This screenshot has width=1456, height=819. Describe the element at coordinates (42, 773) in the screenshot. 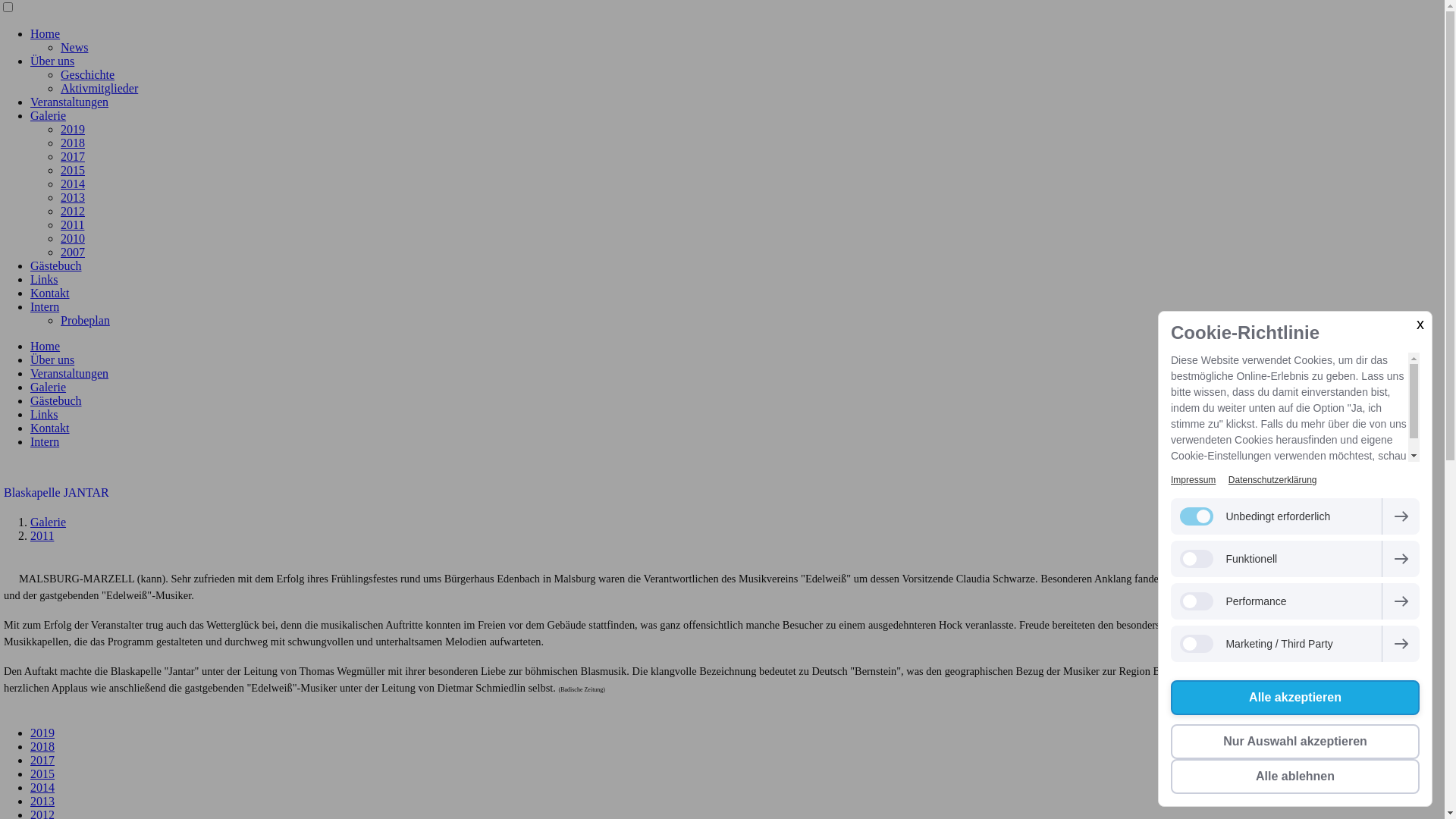

I see `'2015'` at that location.